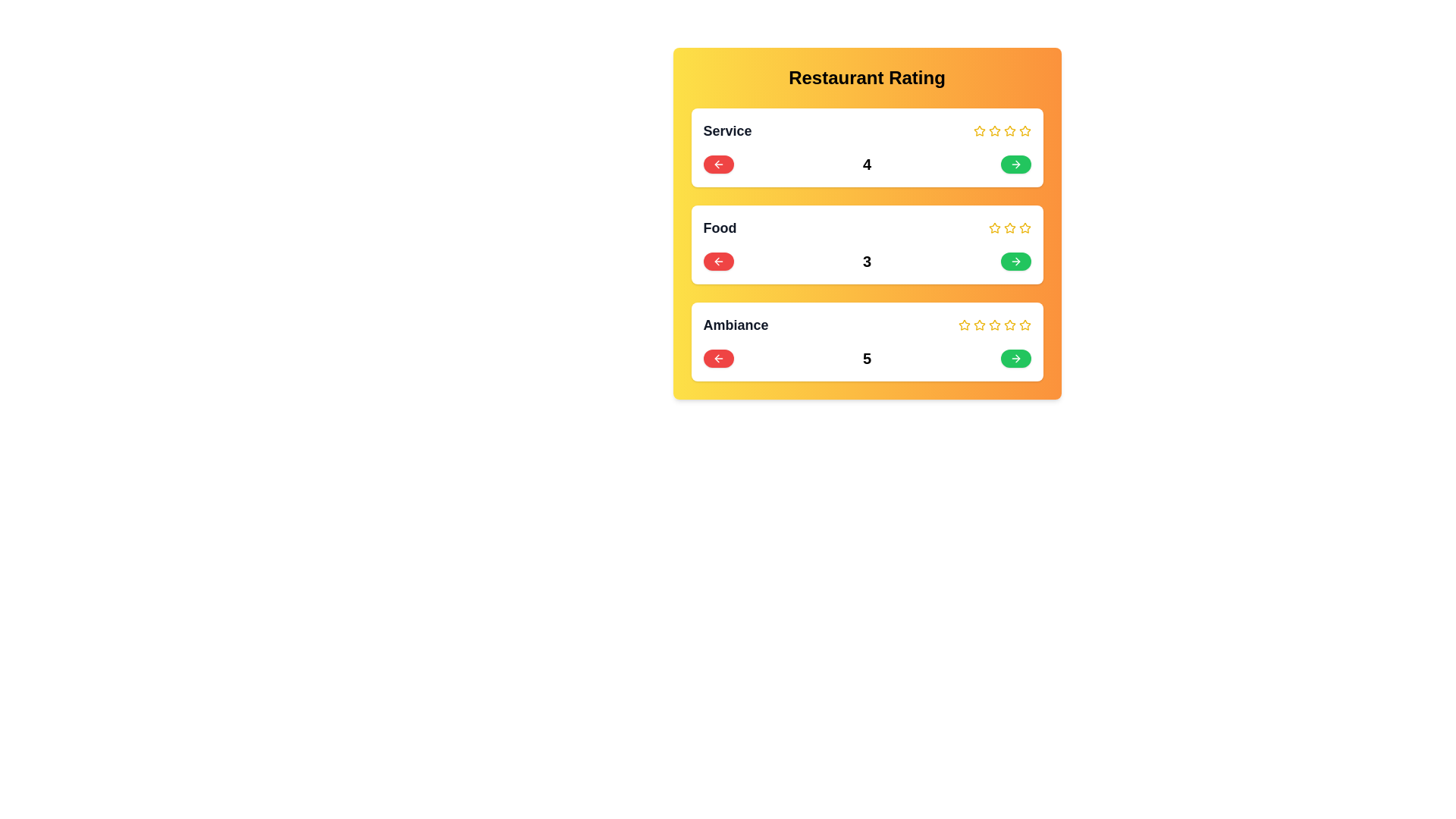  I want to click on the first rating star in the Service category, so click(1025, 130).